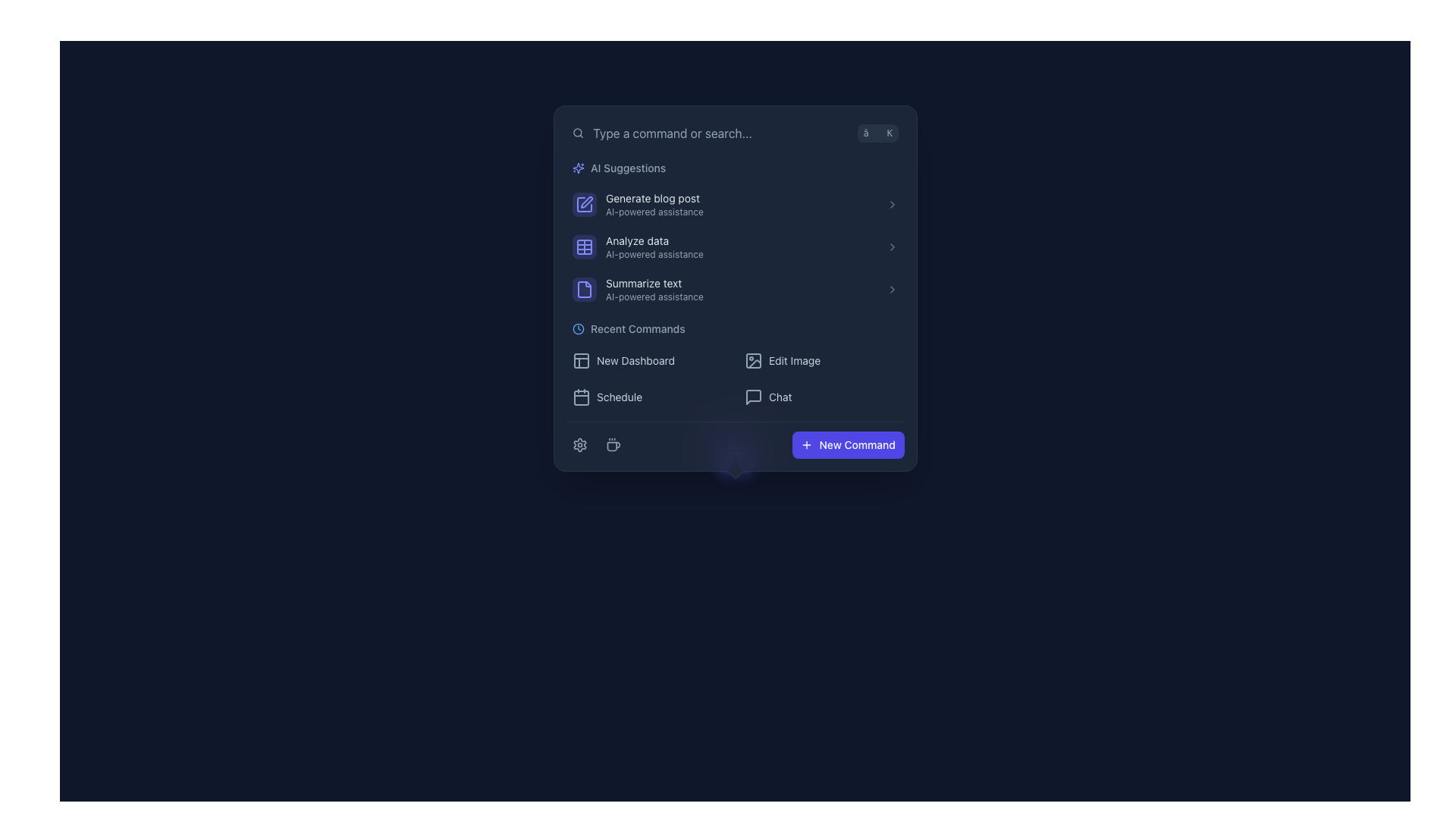  I want to click on the small rectangular shape with rounded corners in the top-left corner of the icon, so click(753, 360).